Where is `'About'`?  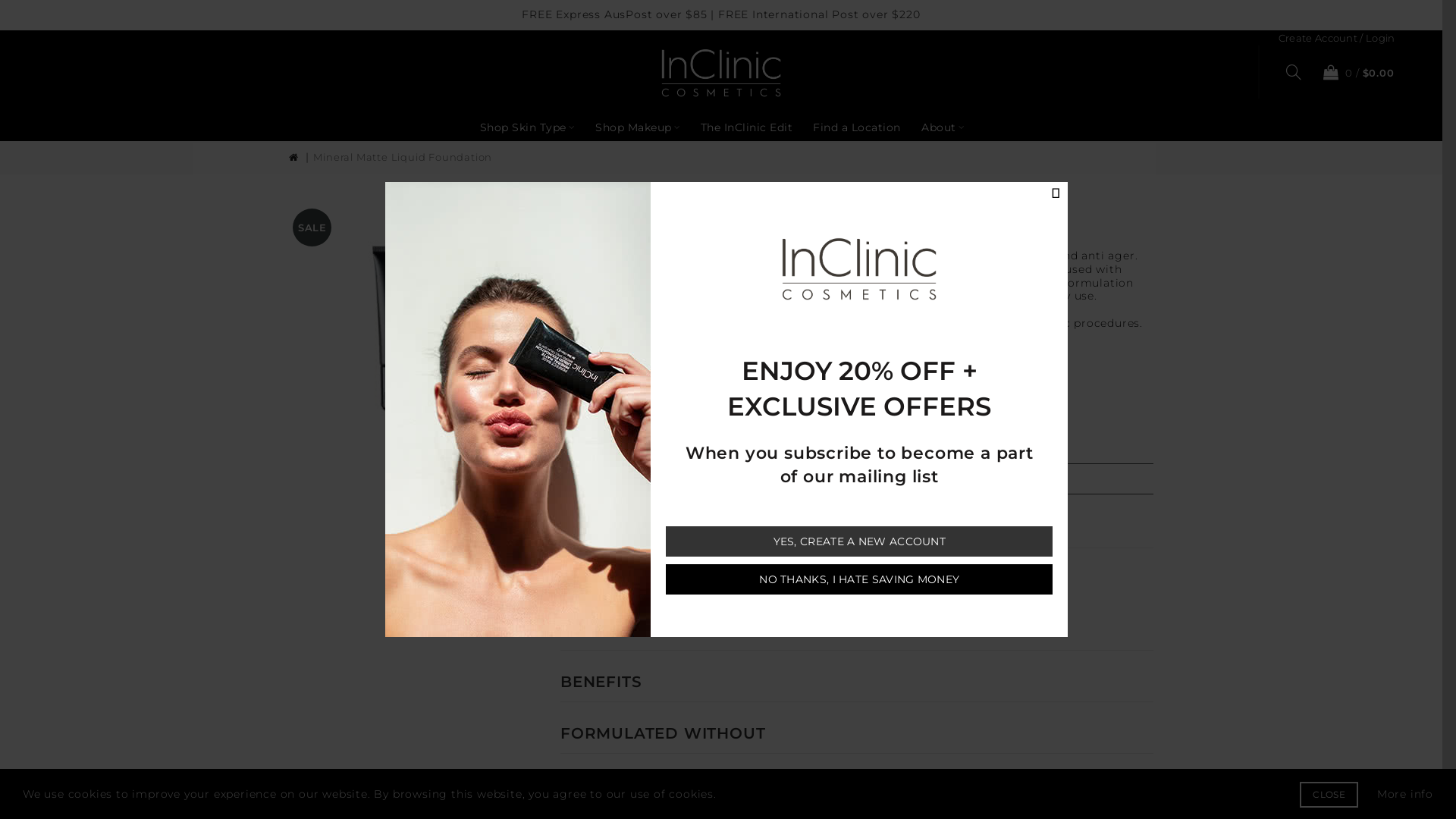
'About' is located at coordinates (942, 127).